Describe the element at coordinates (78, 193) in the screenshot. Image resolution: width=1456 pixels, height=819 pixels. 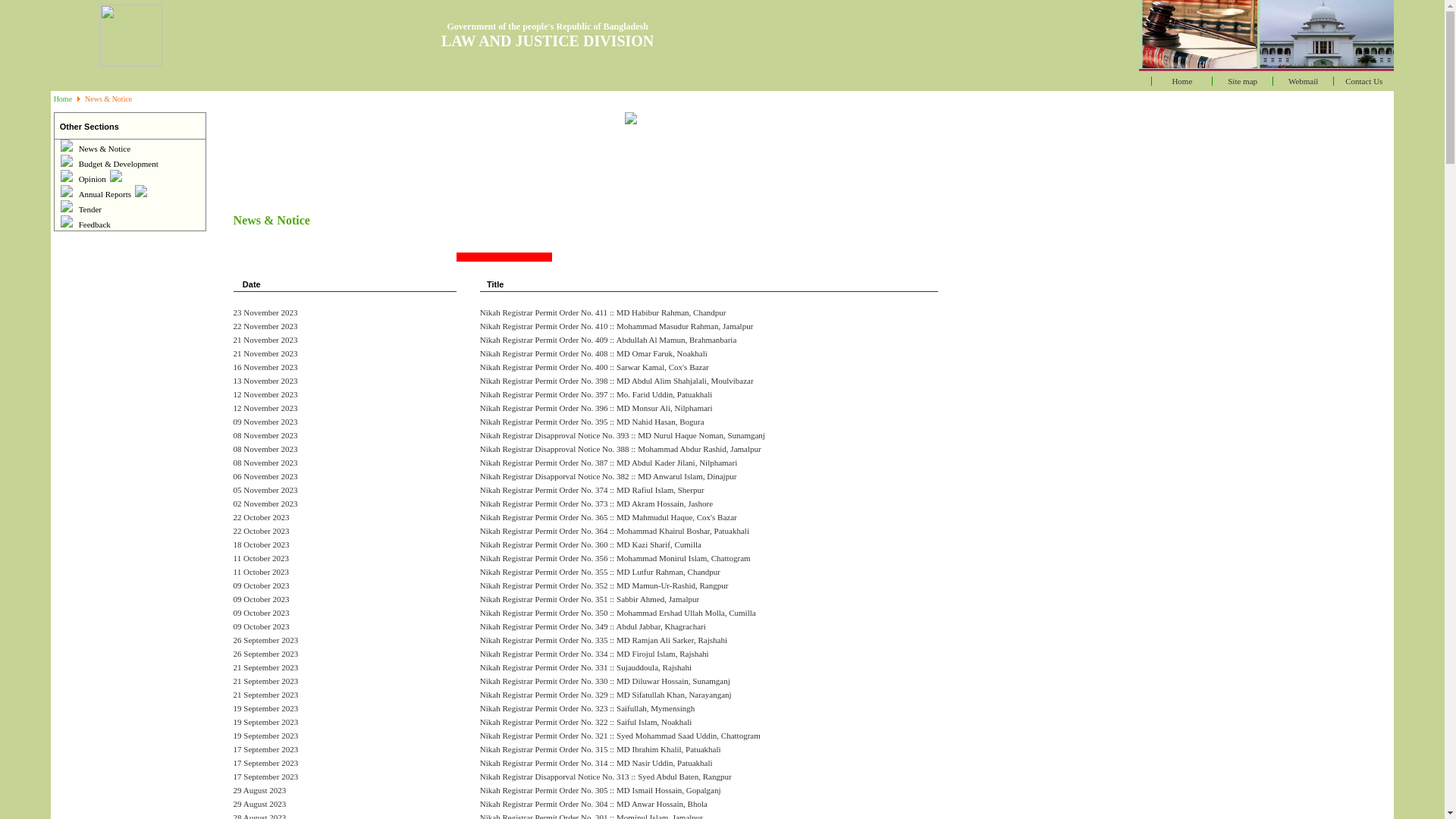
I see `'Annual Reports  '` at that location.